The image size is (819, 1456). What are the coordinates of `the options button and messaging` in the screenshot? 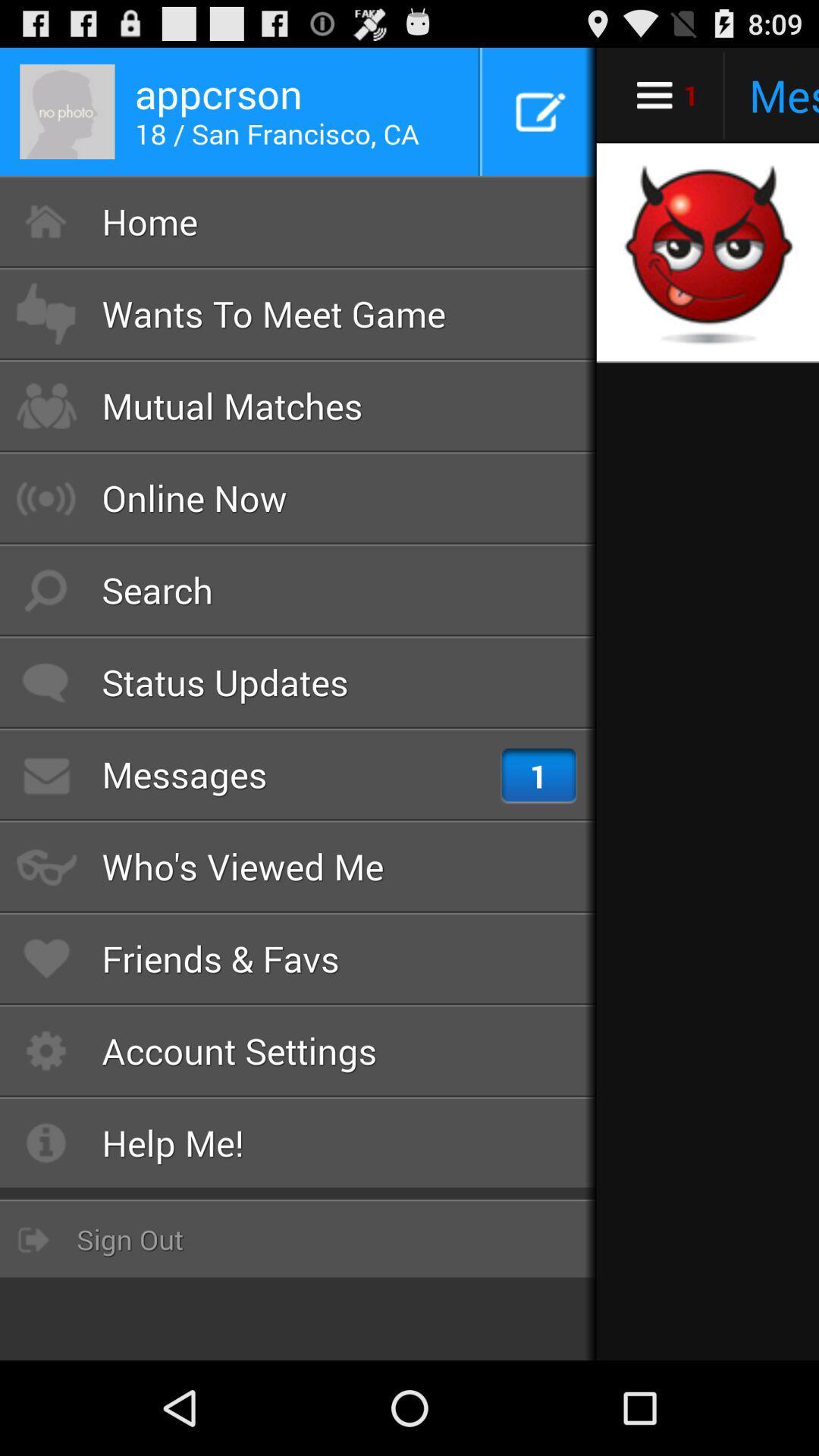 It's located at (708, 94).